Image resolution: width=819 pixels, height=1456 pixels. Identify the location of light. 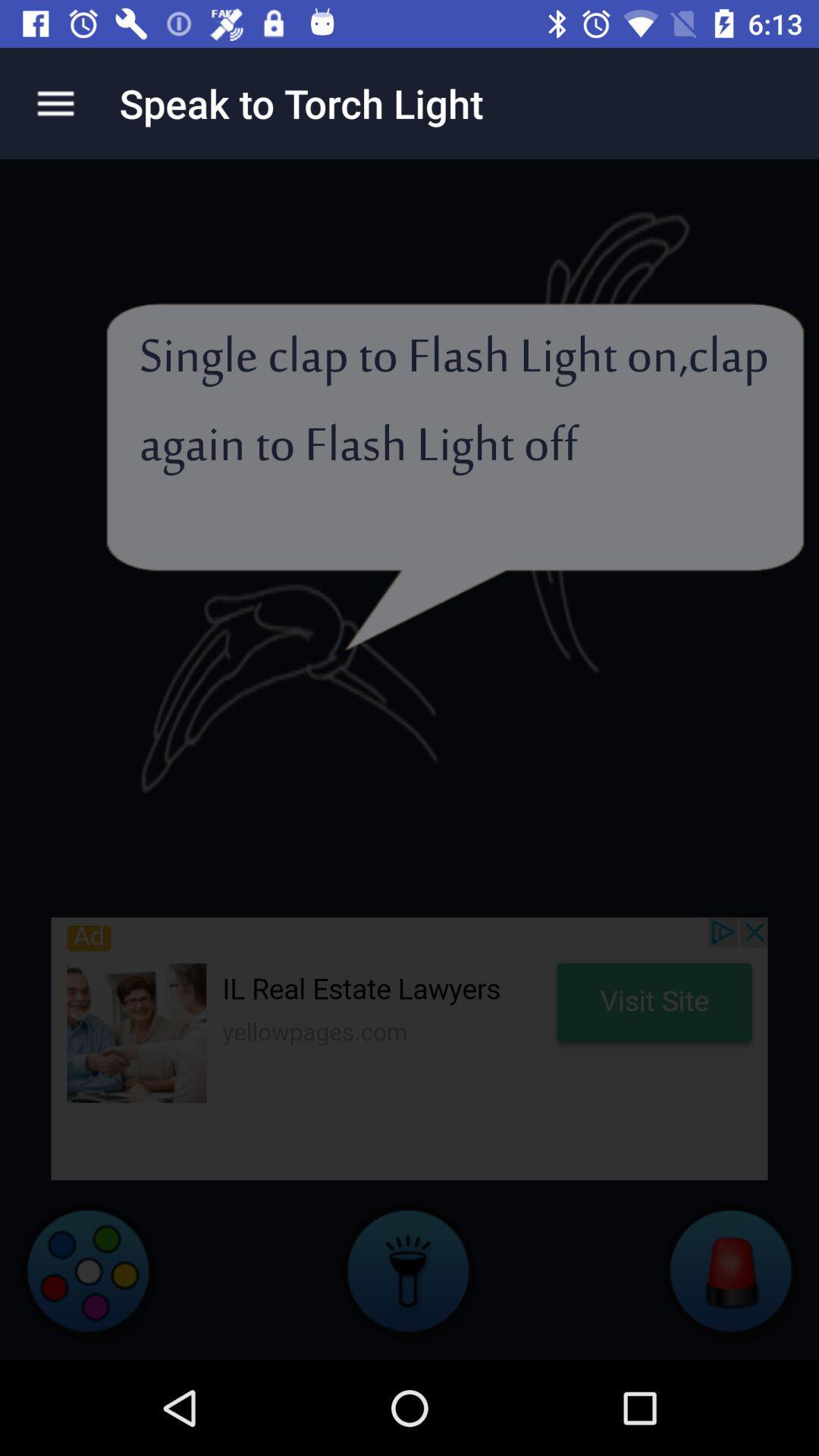
(409, 1270).